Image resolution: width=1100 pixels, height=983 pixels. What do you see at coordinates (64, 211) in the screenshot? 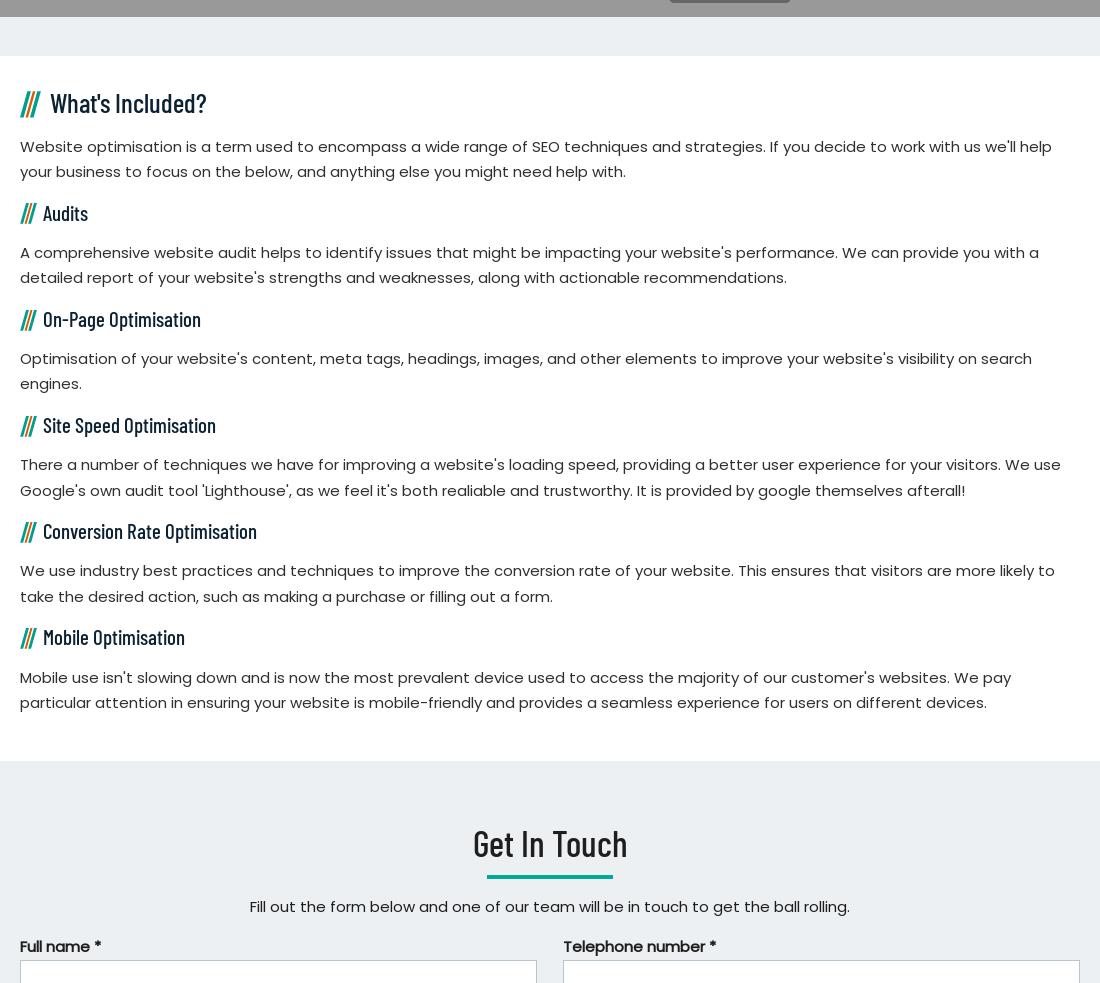
I see `'Audits'` at bounding box center [64, 211].